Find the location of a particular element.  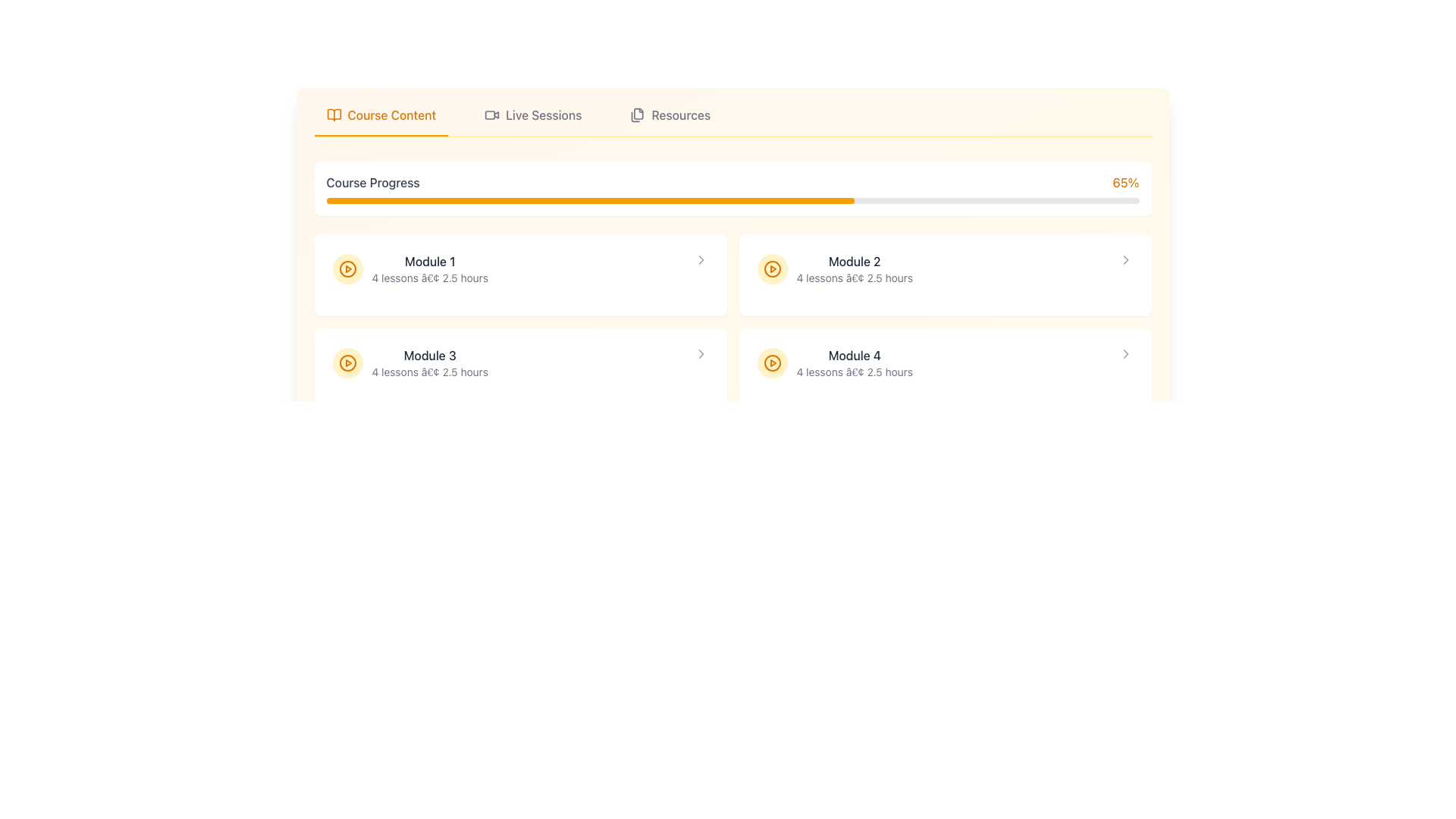

the chevron icon located at the right end of the 'Module 3' card is located at coordinates (700, 353).